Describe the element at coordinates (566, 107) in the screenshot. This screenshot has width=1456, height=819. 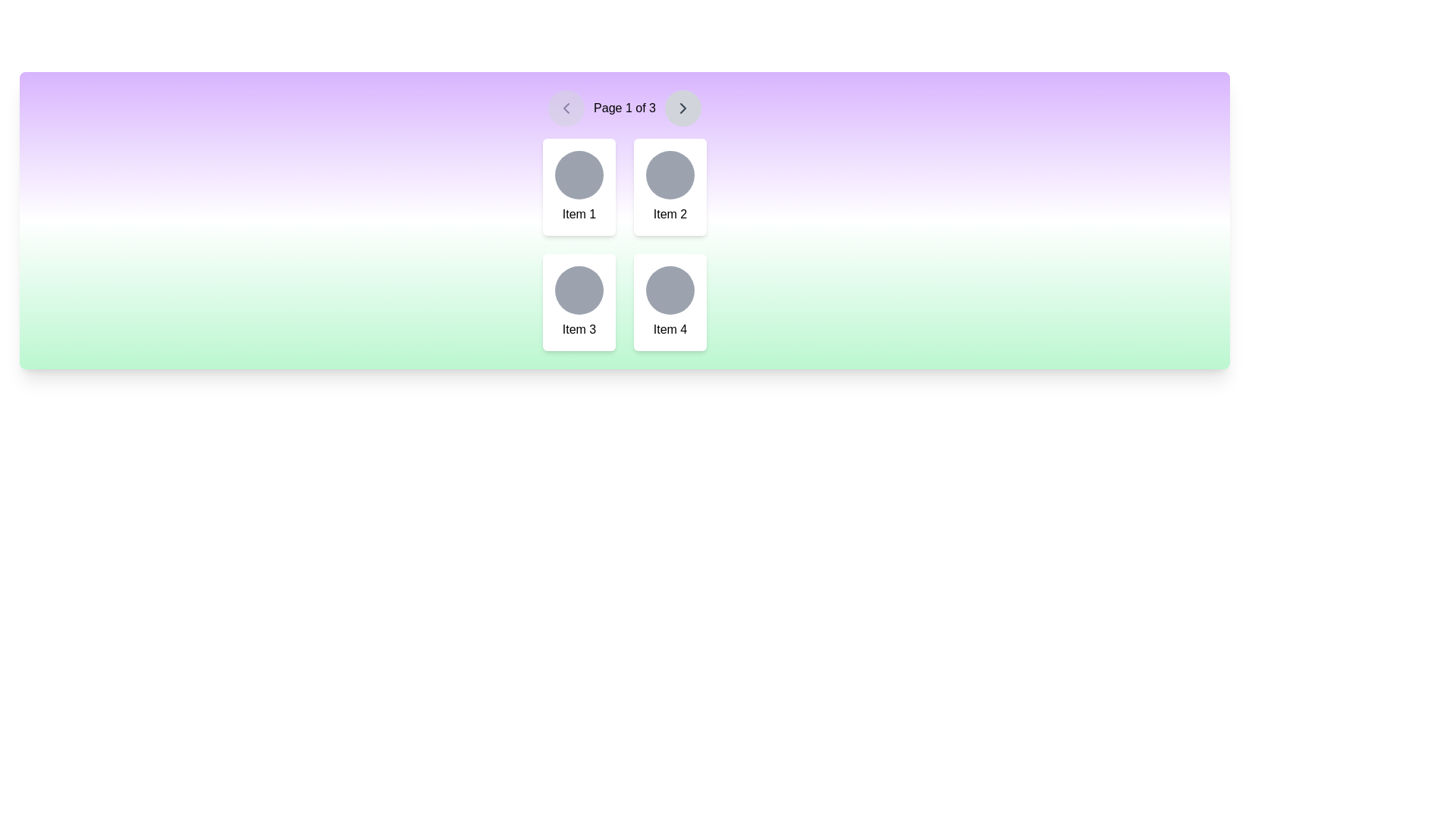
I see `the pagination control button with an embedded left chevron icon` at that location.